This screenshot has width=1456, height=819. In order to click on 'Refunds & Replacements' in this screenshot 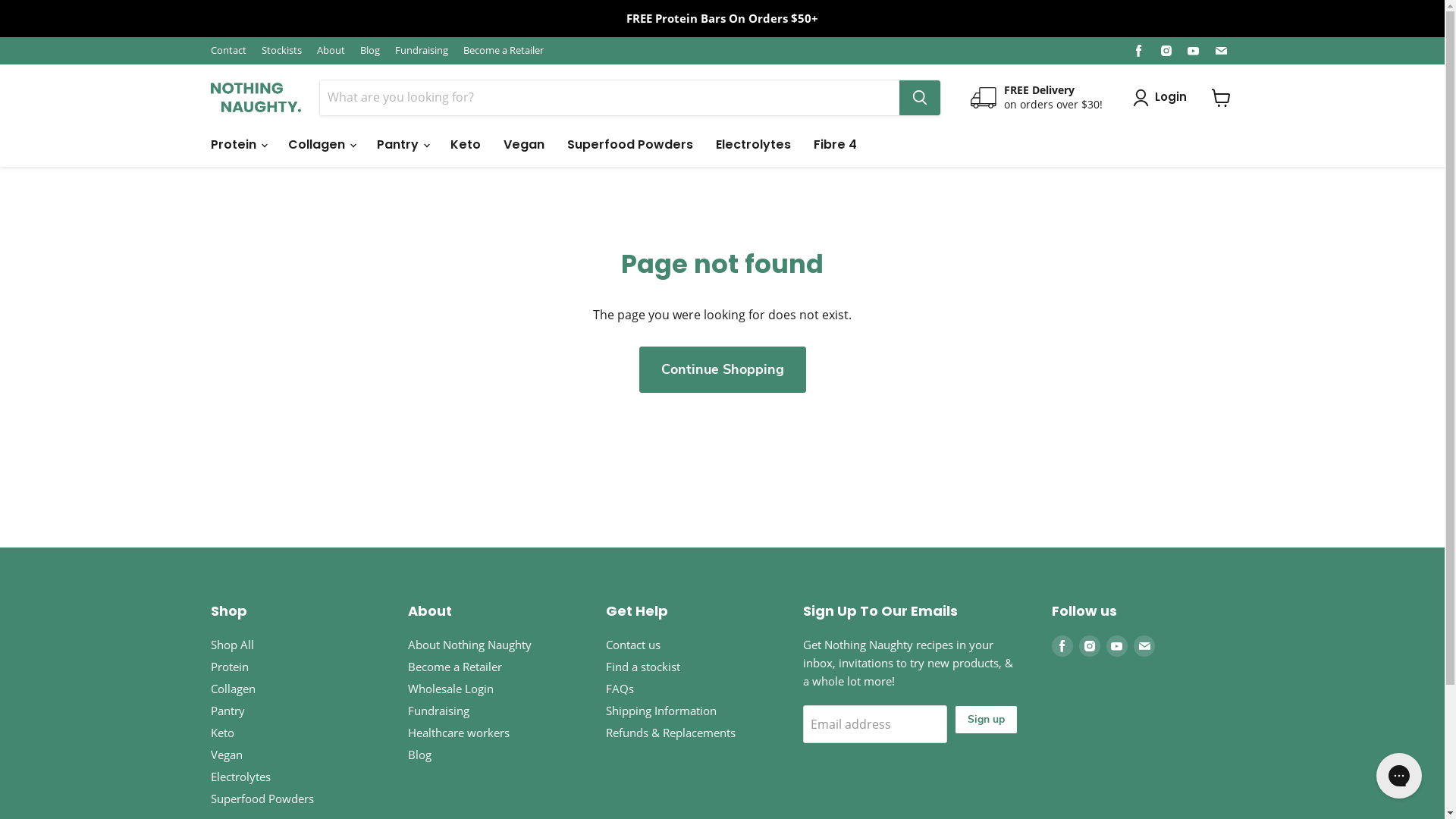, I will do `click(669, 731)`.